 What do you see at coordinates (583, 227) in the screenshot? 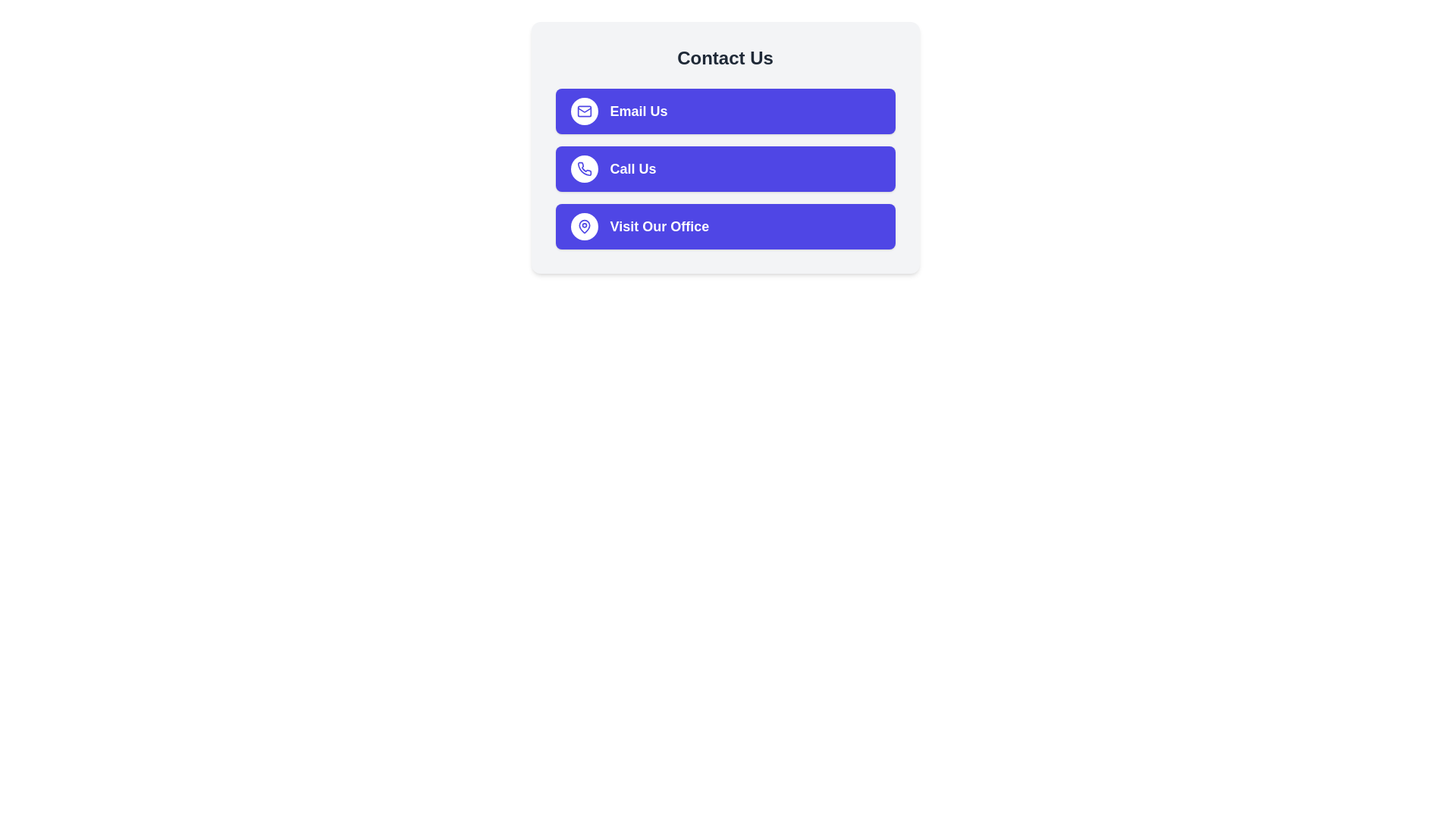
I see `the purple map pin icon, which is the third button in the vertically stacked list of three buttons within the 'Visit Our Office' section of the 'Contact Us' interface` at bounding box center [583, 227].